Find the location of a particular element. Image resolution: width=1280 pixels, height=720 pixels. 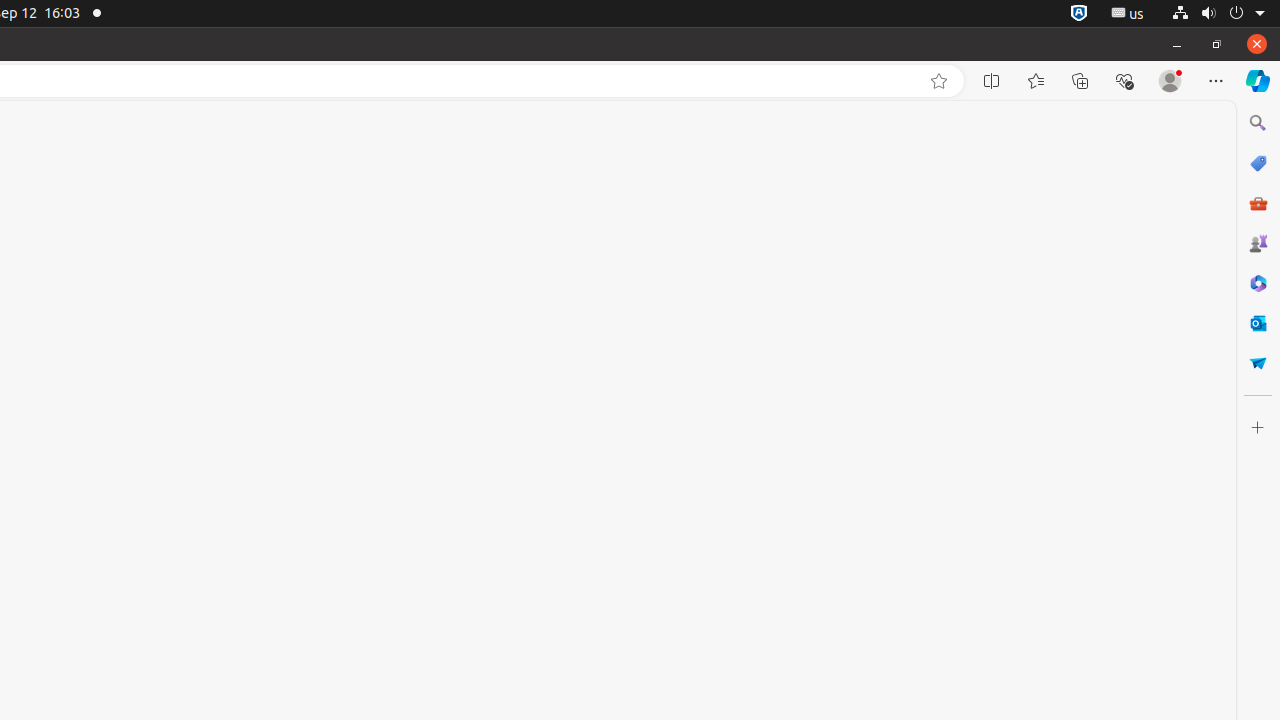

'Microsoft Shopping' is located at coordinates (1256, 162).